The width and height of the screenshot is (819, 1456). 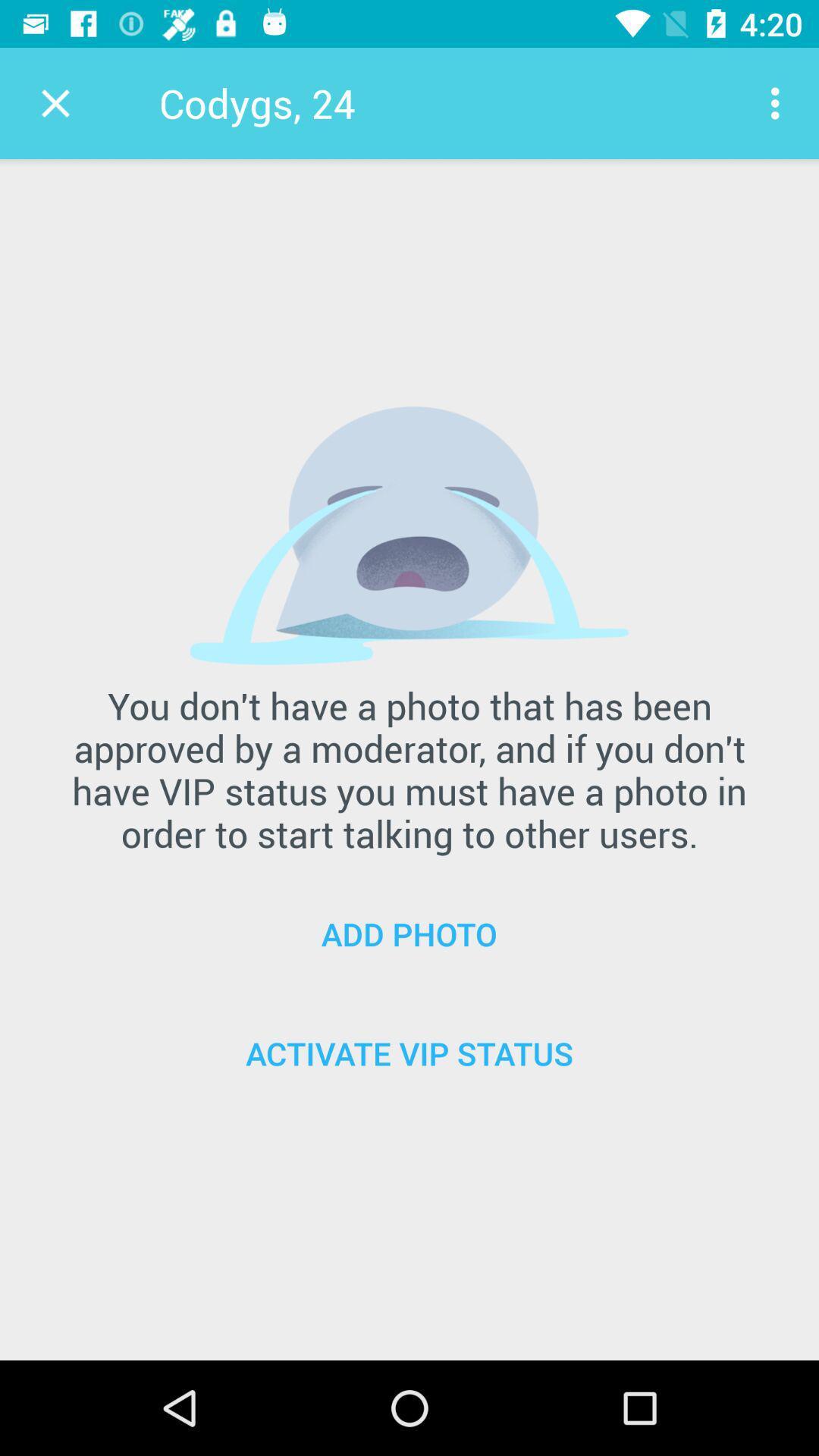 What do you see at coordinates (256, 102) in the screenshot?
I see `codygs, 24` at bounding box center [256, 102].